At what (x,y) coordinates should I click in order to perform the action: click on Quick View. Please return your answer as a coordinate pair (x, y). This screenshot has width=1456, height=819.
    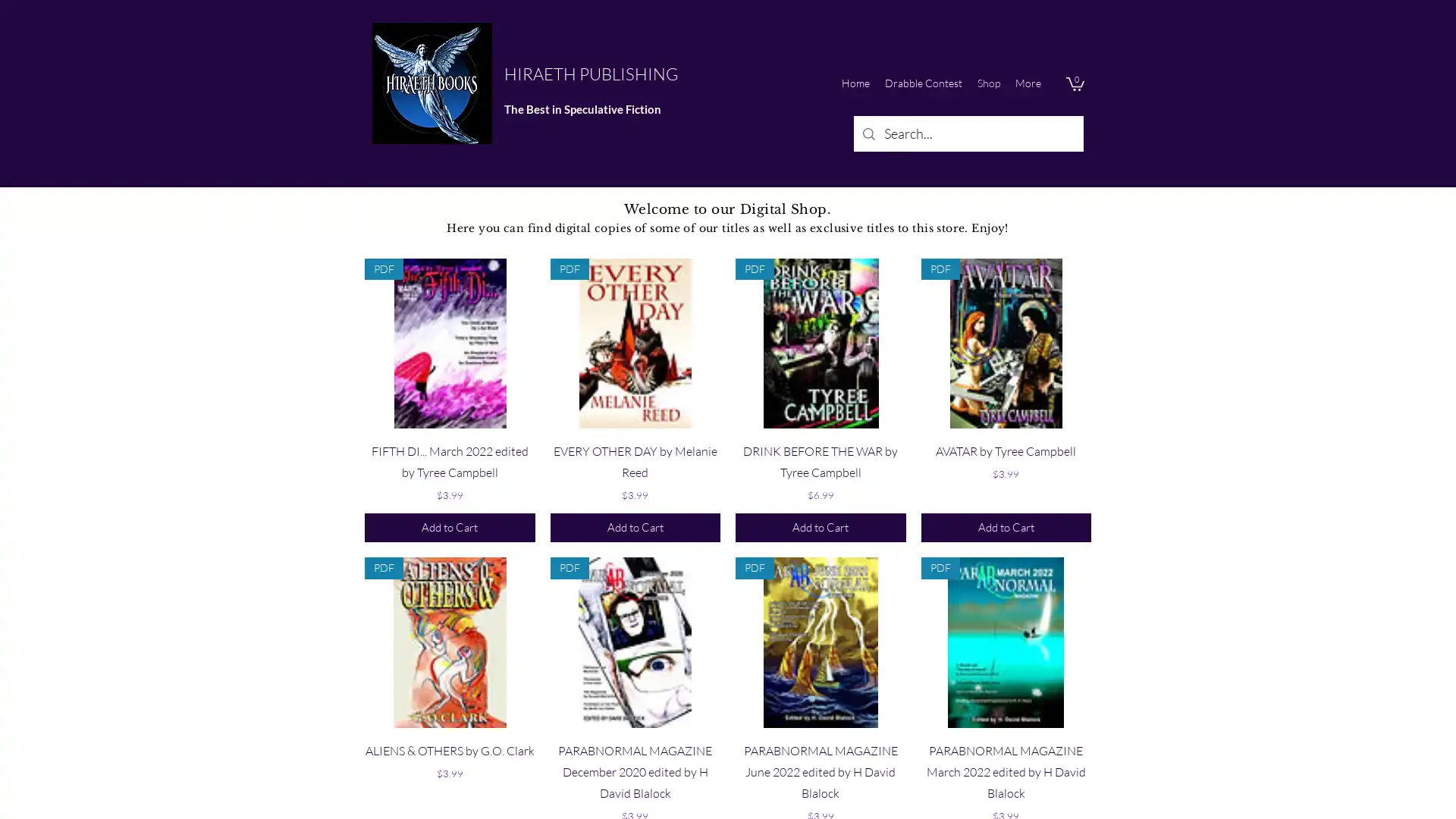
    Looking at the image, I should click on (819, 745).